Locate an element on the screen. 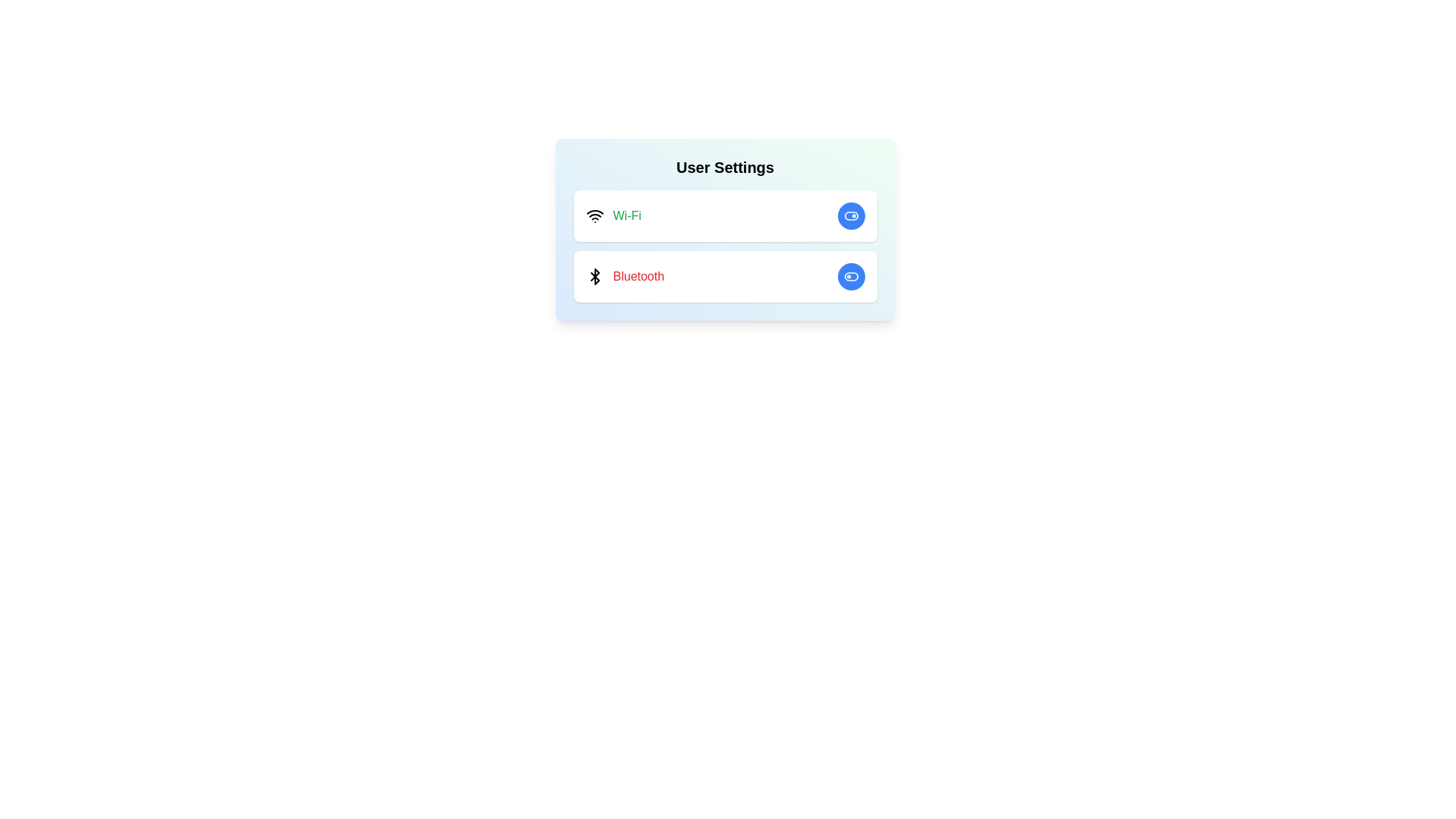  the toggle button for the Wi-Fi setting to change its state is located at coordinates (851, 216).